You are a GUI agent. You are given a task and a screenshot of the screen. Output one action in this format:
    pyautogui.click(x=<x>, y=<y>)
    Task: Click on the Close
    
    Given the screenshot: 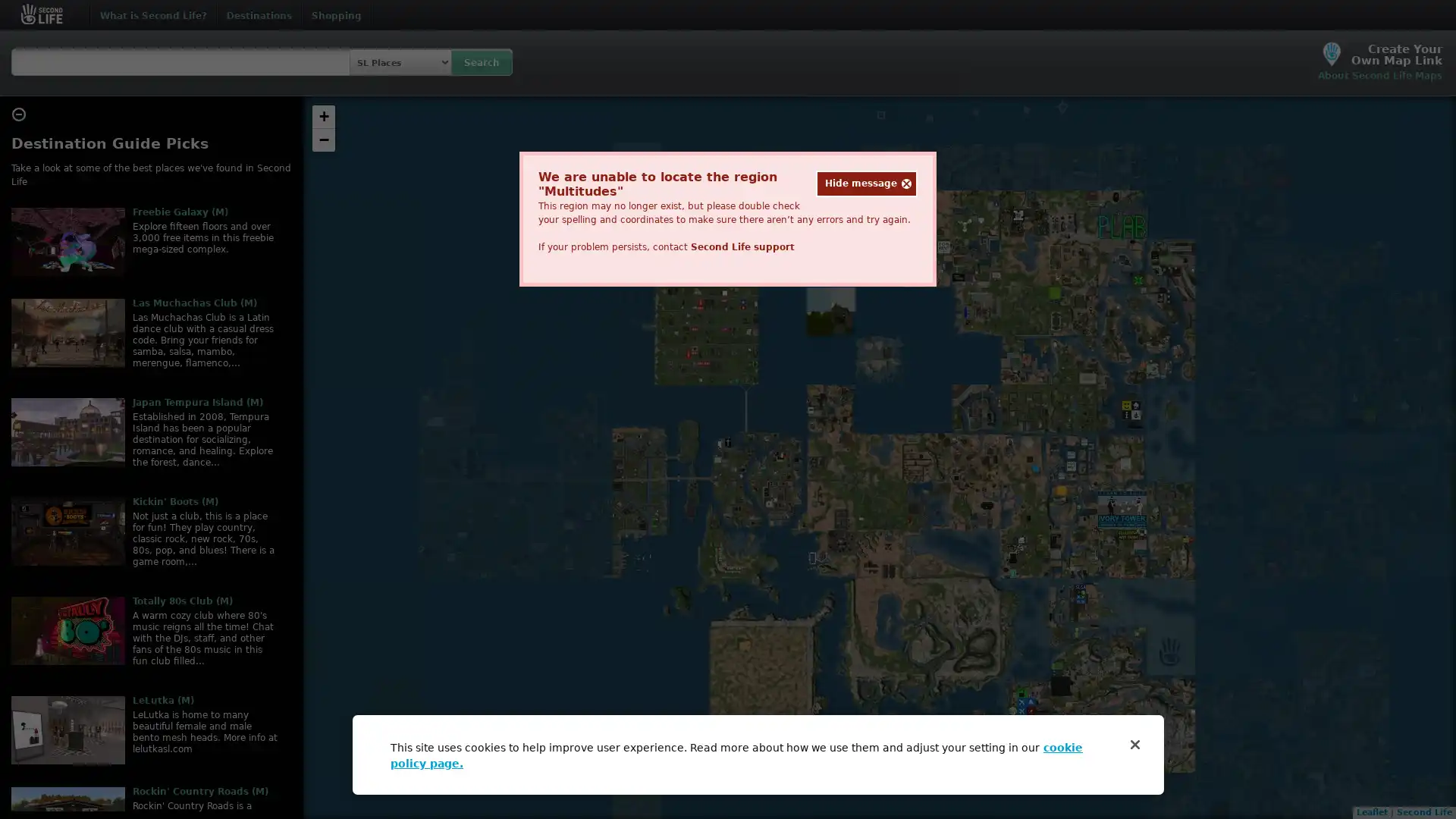 What is the action you would take?
    pyautogui.click(x=1135, y=744)
    